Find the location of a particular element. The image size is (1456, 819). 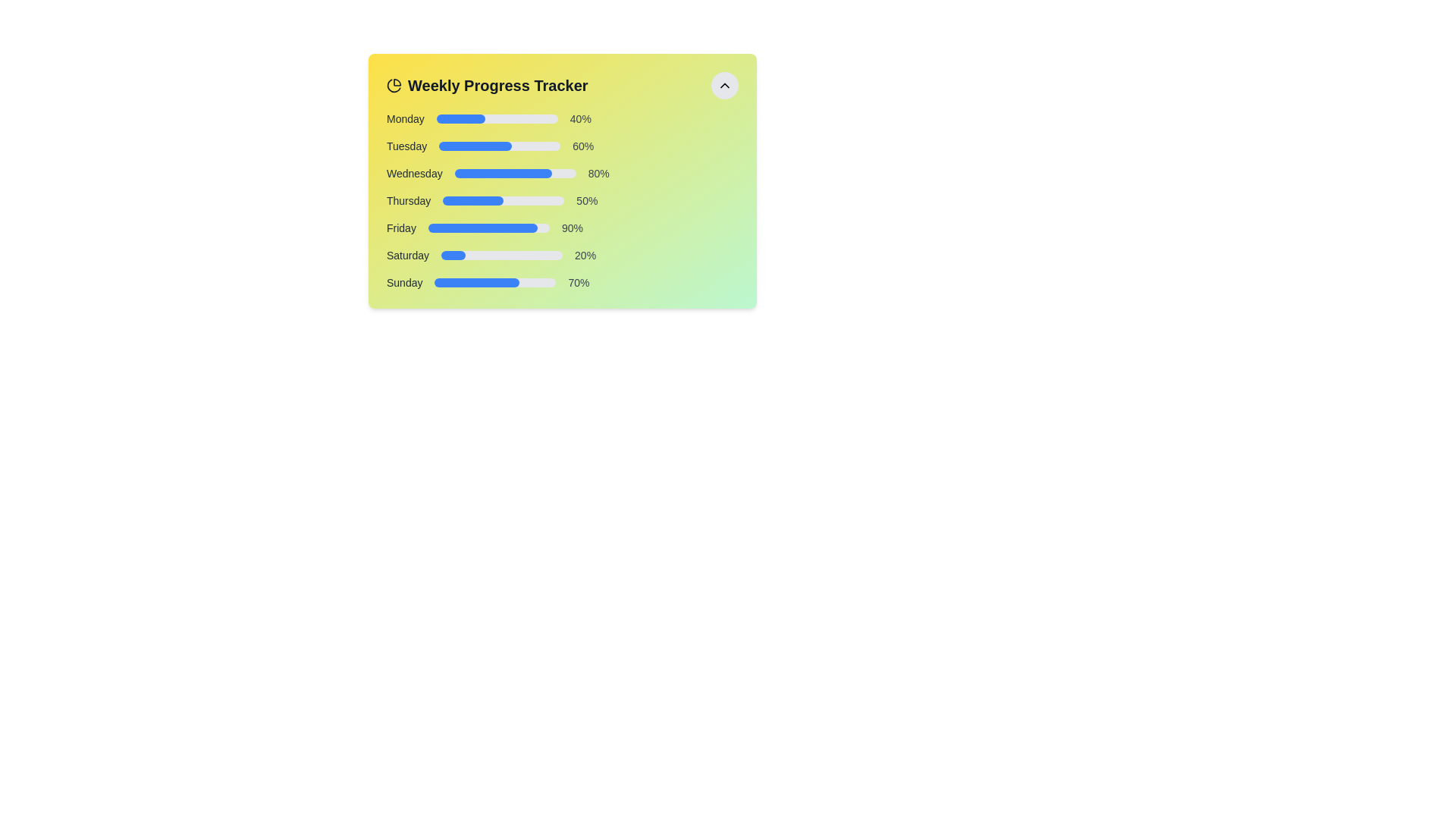

the progress bar element representing the progress for Thursday, which is the fourth entry in the list of progress bars is located at coordinates (562, 200).